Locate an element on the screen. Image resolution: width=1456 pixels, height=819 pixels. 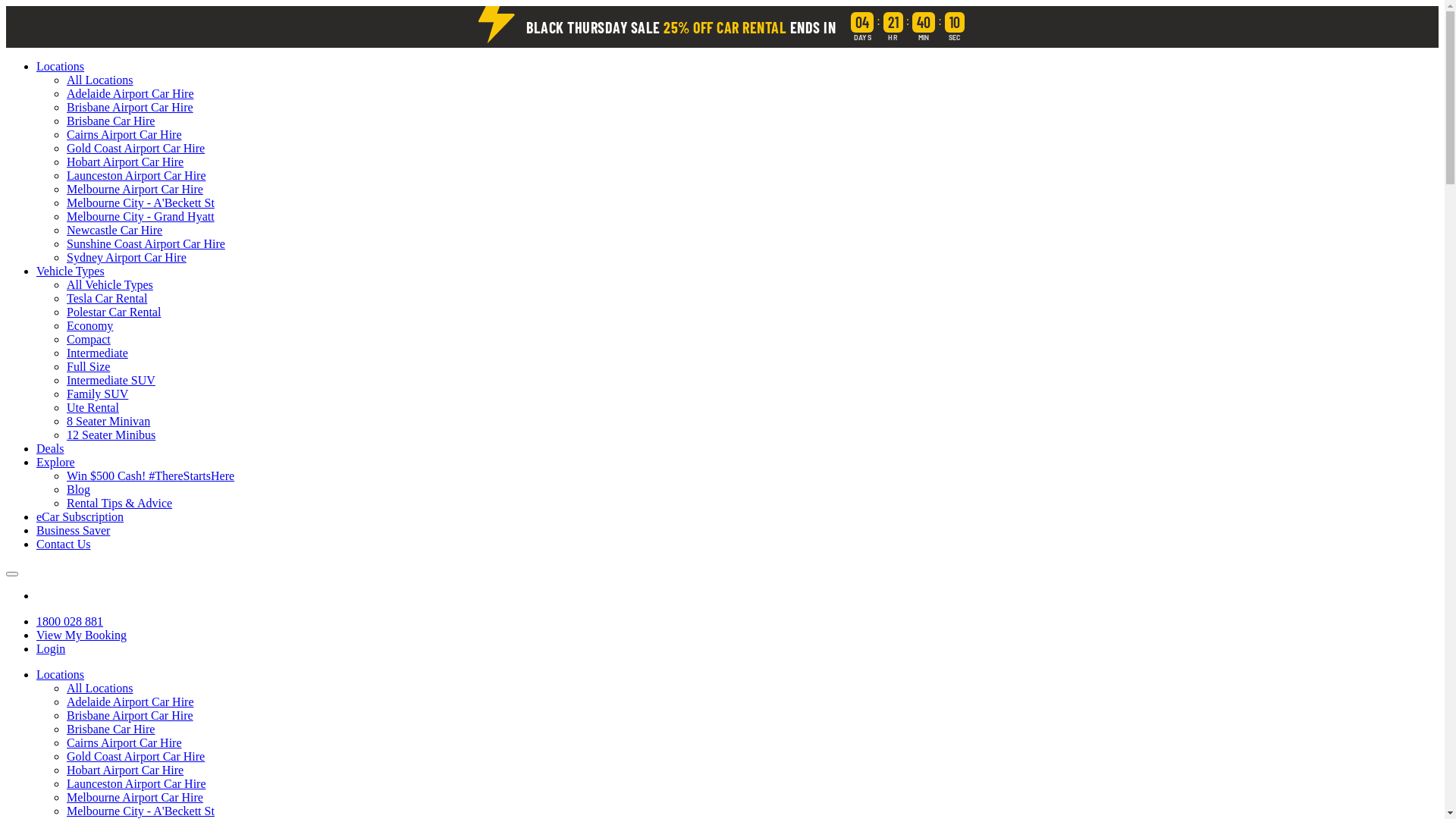
'Brisbane Airport Car Hire' is located at coordinates (65, 106).